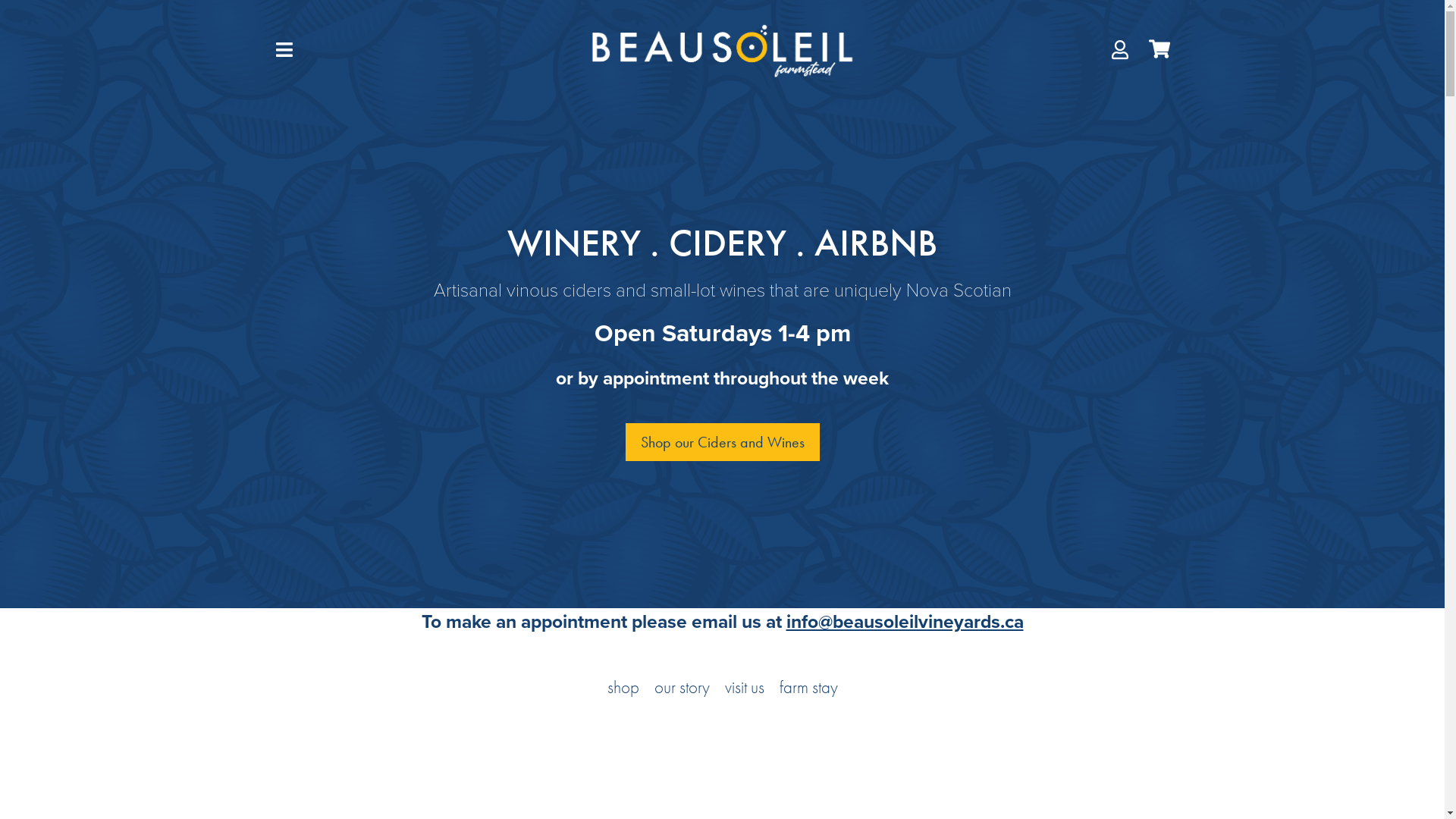 Image resolution: width=1456 pixels, height=819 pixels. What do you see at coordinates (904, 622) in the screenshot?
I see `'info@beausoleilvineyards.ca'` at bounding box center [904, 622].